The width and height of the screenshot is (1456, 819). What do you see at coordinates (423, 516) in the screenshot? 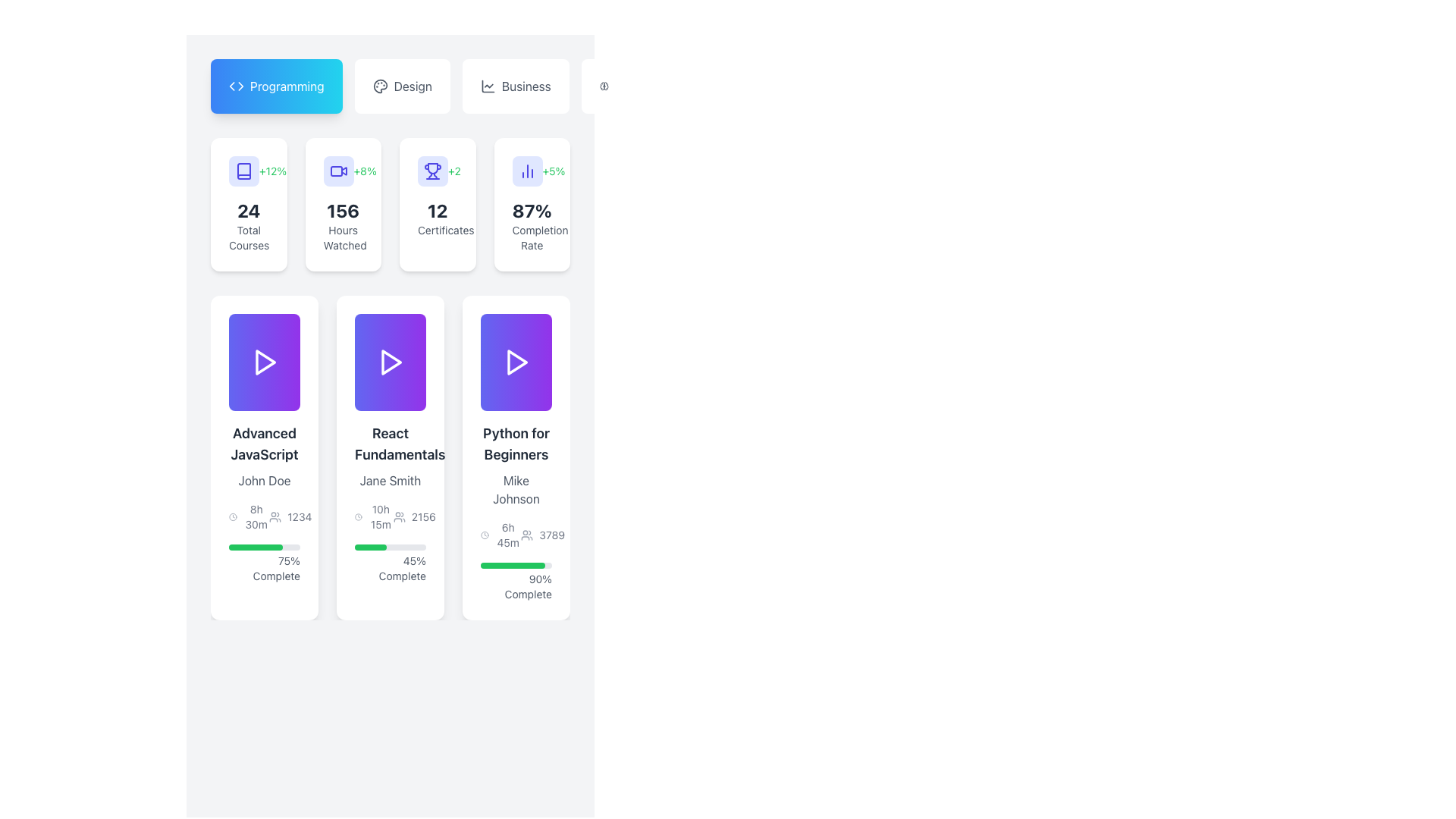
I see `the text label displaying '2156', which is styled in small gray font and located on the 'React Fundamentals' course card, below the course duration and to the right of the human figures icon` at bounding box center [423, 516].